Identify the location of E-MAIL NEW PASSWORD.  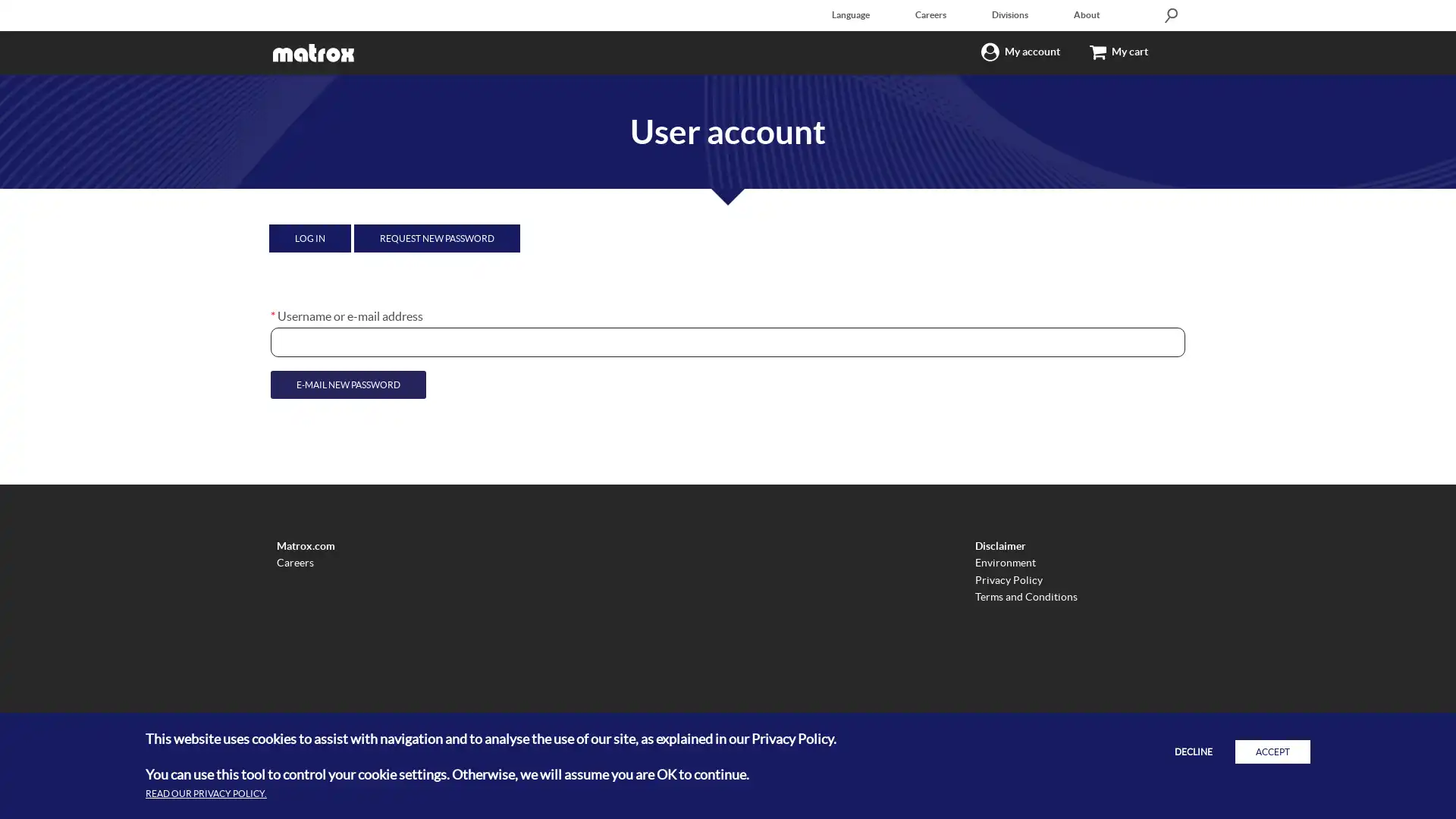
(347, 384).